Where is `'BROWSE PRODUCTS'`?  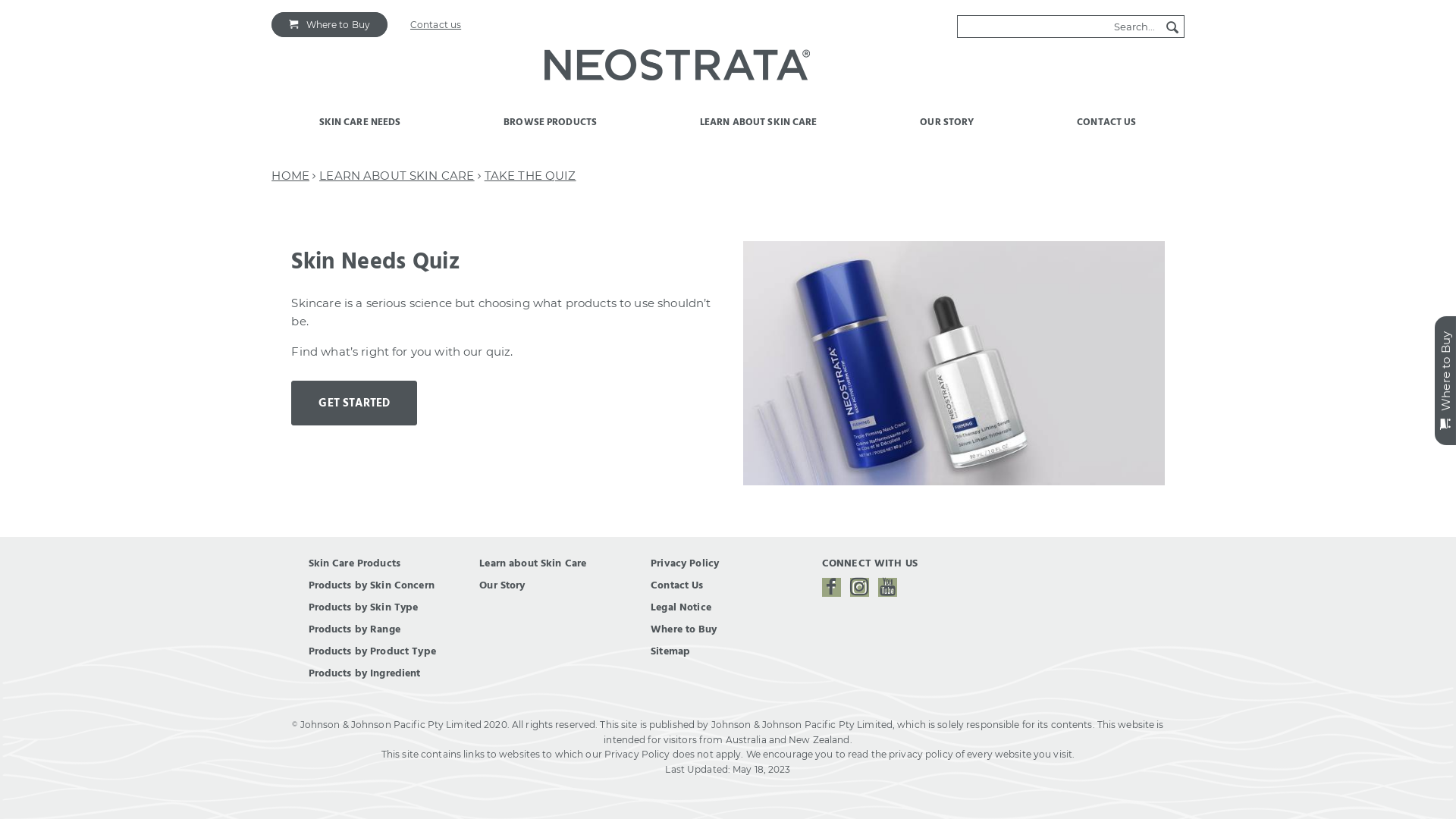 'BROWSE PRODUCTS' is located at coordinates (549, 130).